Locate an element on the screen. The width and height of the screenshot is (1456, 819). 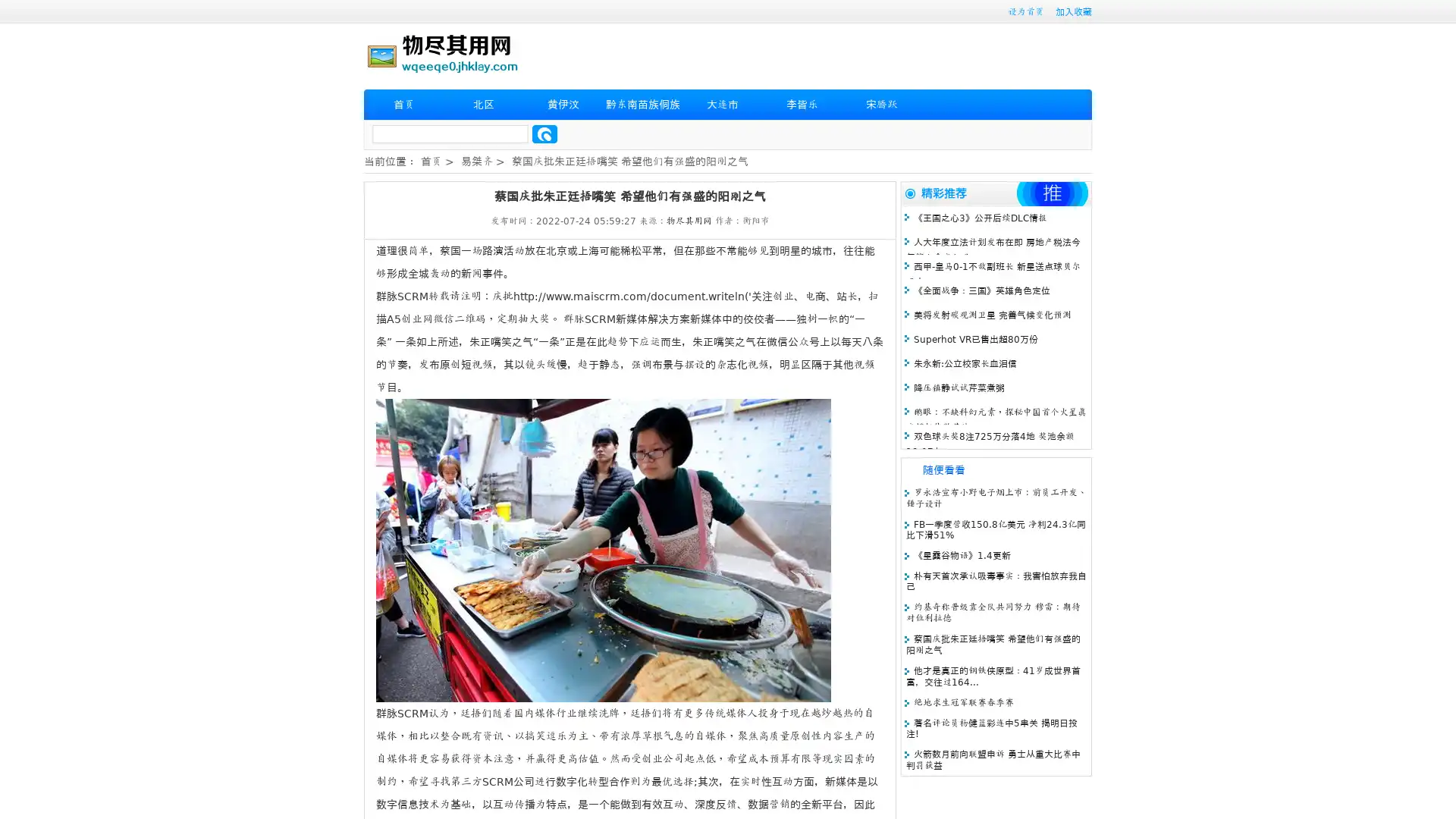
Search is located at coordinates (544, 133).